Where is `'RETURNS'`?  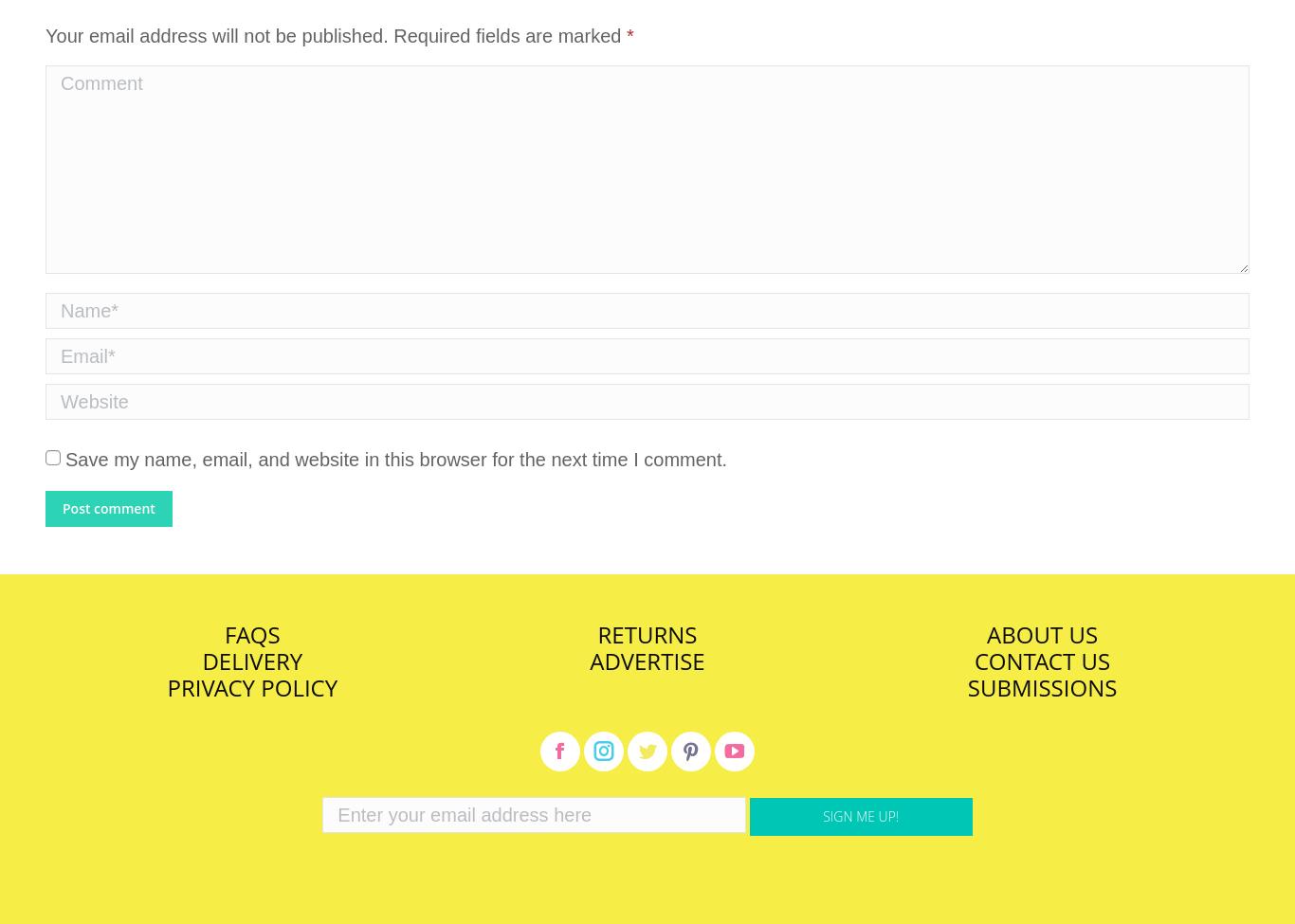
'RETURNS' is located at coordinates (646, 634).